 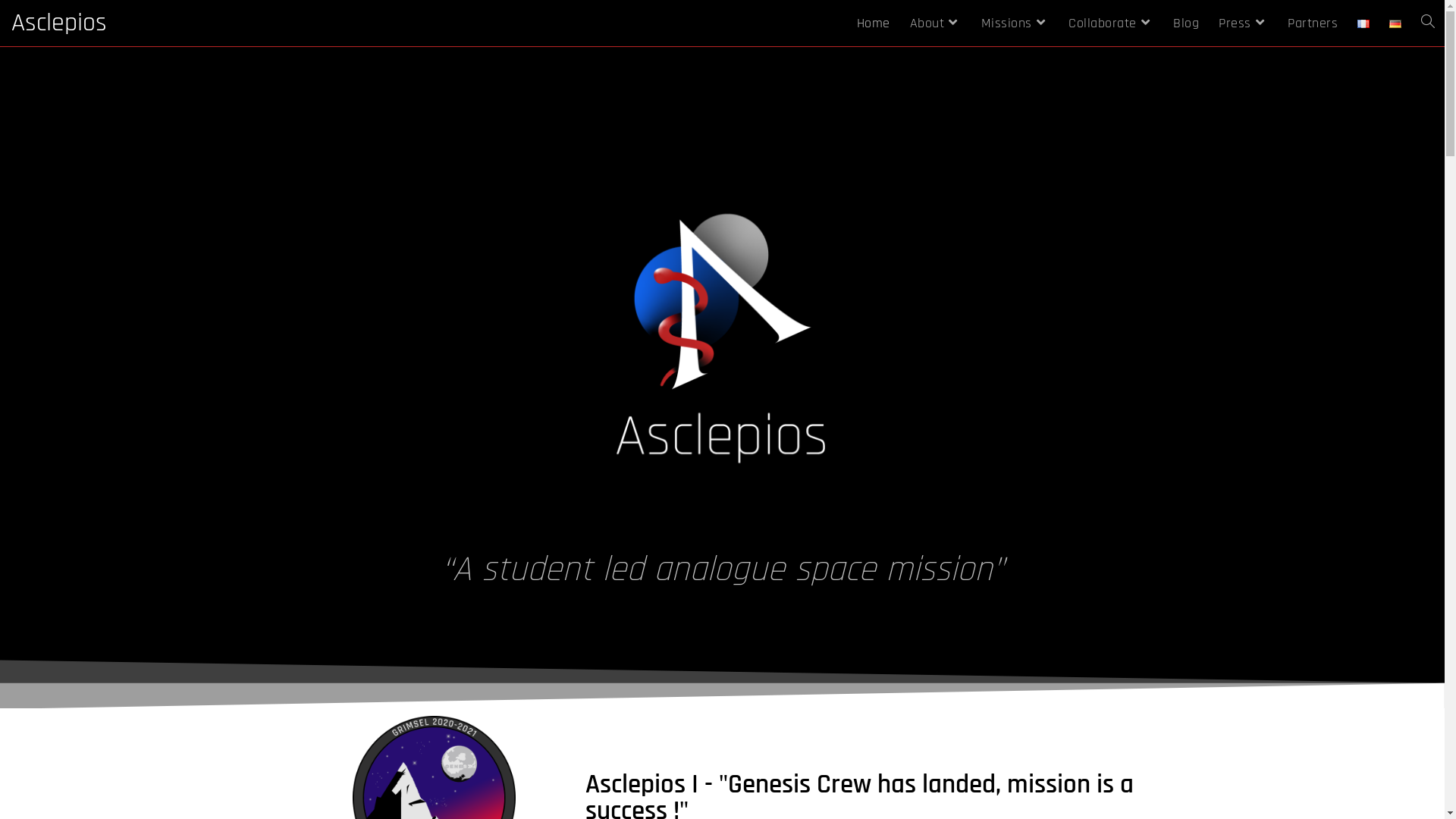 I want to click on 'Press', so click(x=1243, y=23).